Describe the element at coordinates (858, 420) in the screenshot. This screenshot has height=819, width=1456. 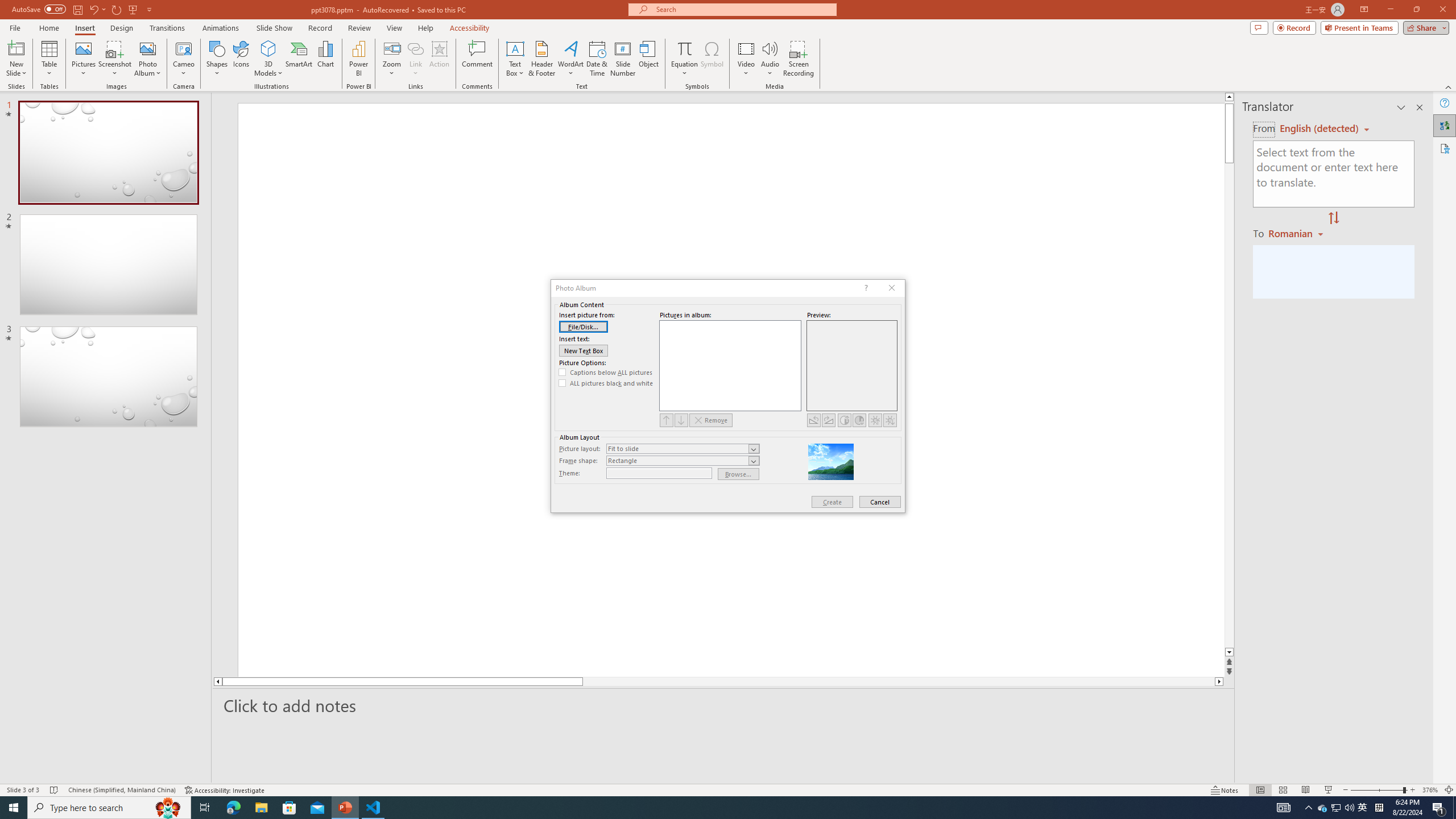
I see `'Less Contrast'` at that location.